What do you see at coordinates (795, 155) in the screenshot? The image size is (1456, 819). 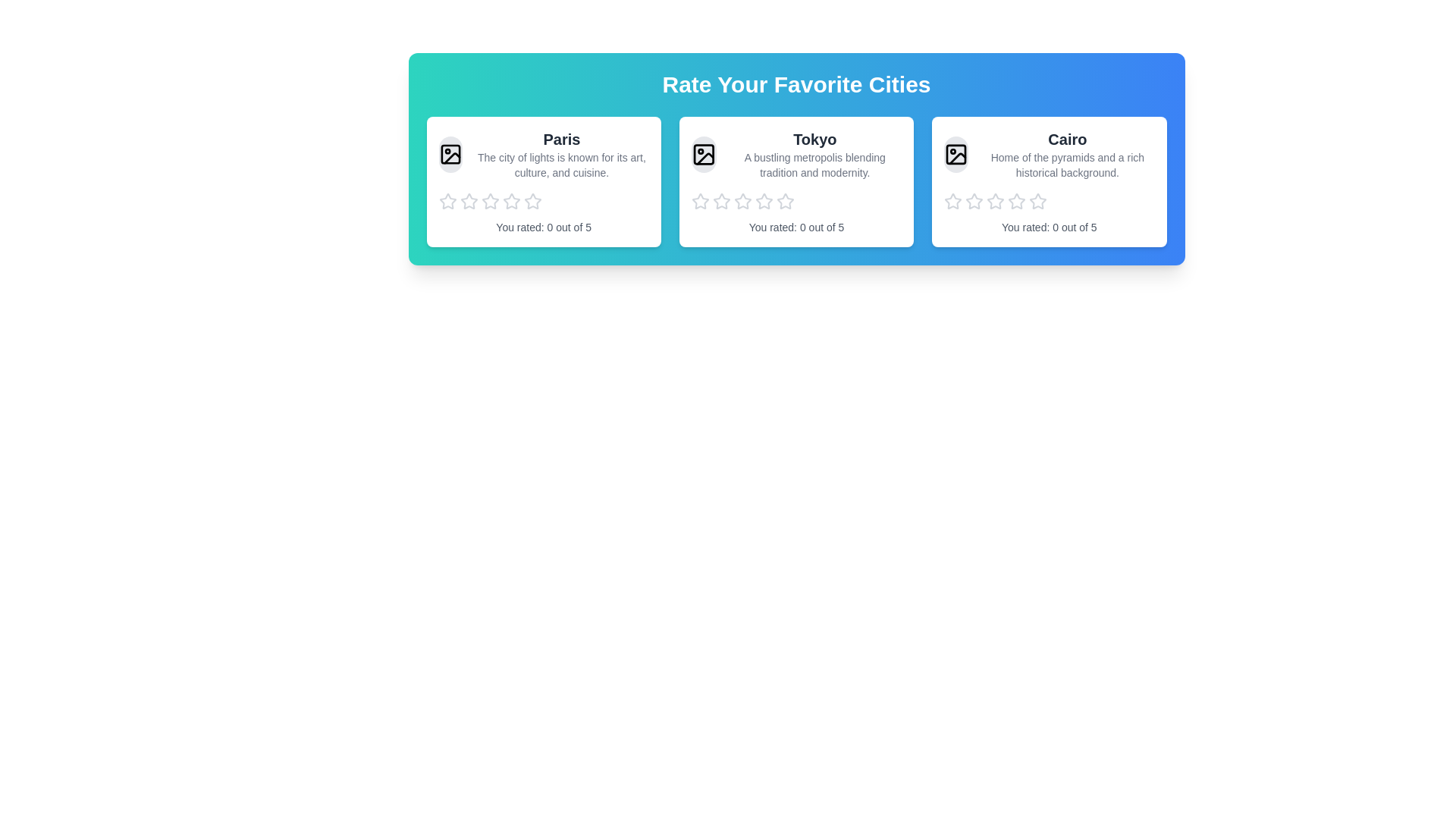 I see `the textual information display for the city 'Tokyo', which includes a bold title and a descriptive phrase, positioned in the middle card of a three-card horizontal layout` at bounding box center [795, 155].